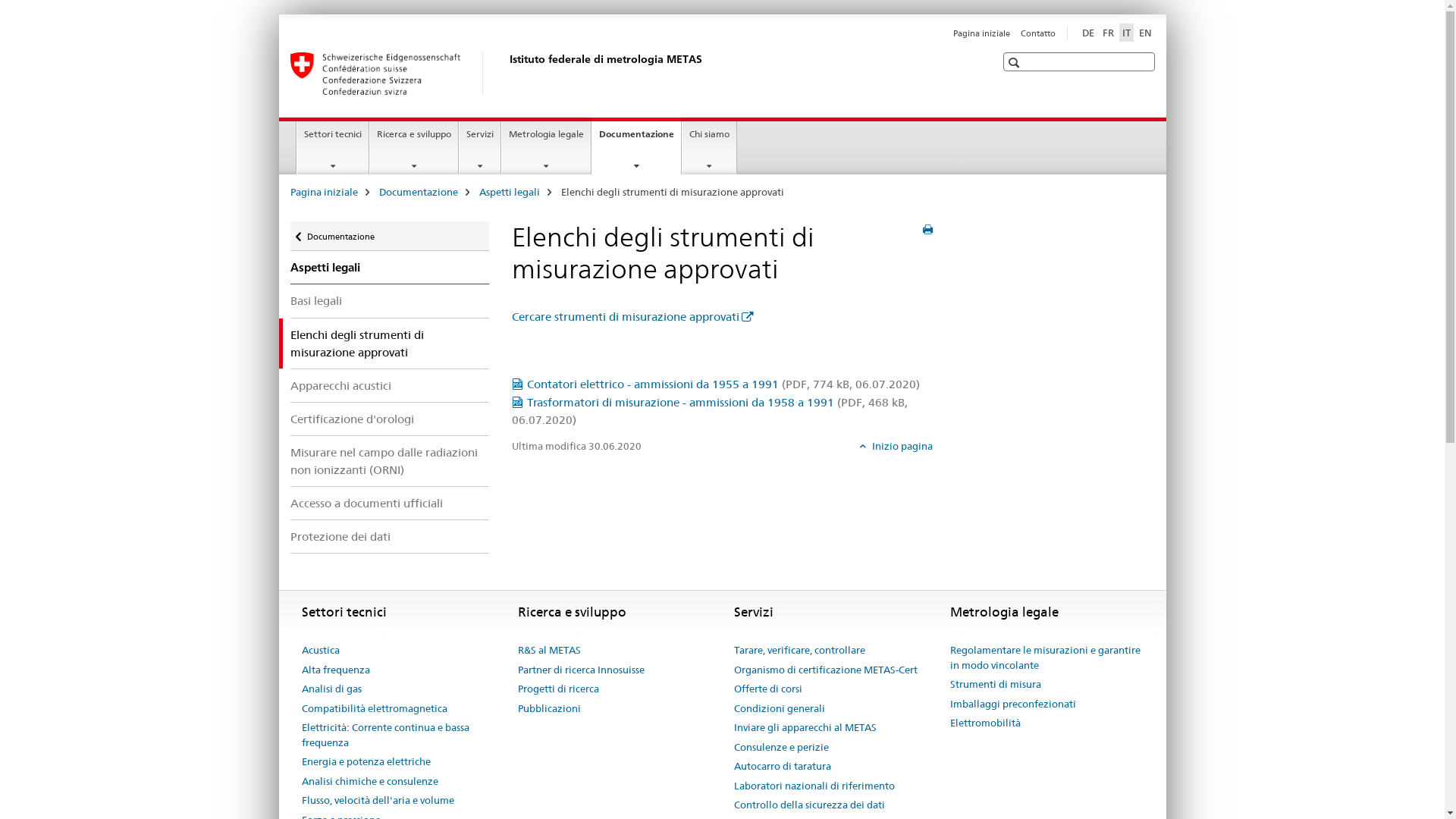 The height and width of the screenshot is (819, 1456). Describe the element at coordinates (767, 689) in the screenshot. I see `'Offerte di corsi'` at that location.